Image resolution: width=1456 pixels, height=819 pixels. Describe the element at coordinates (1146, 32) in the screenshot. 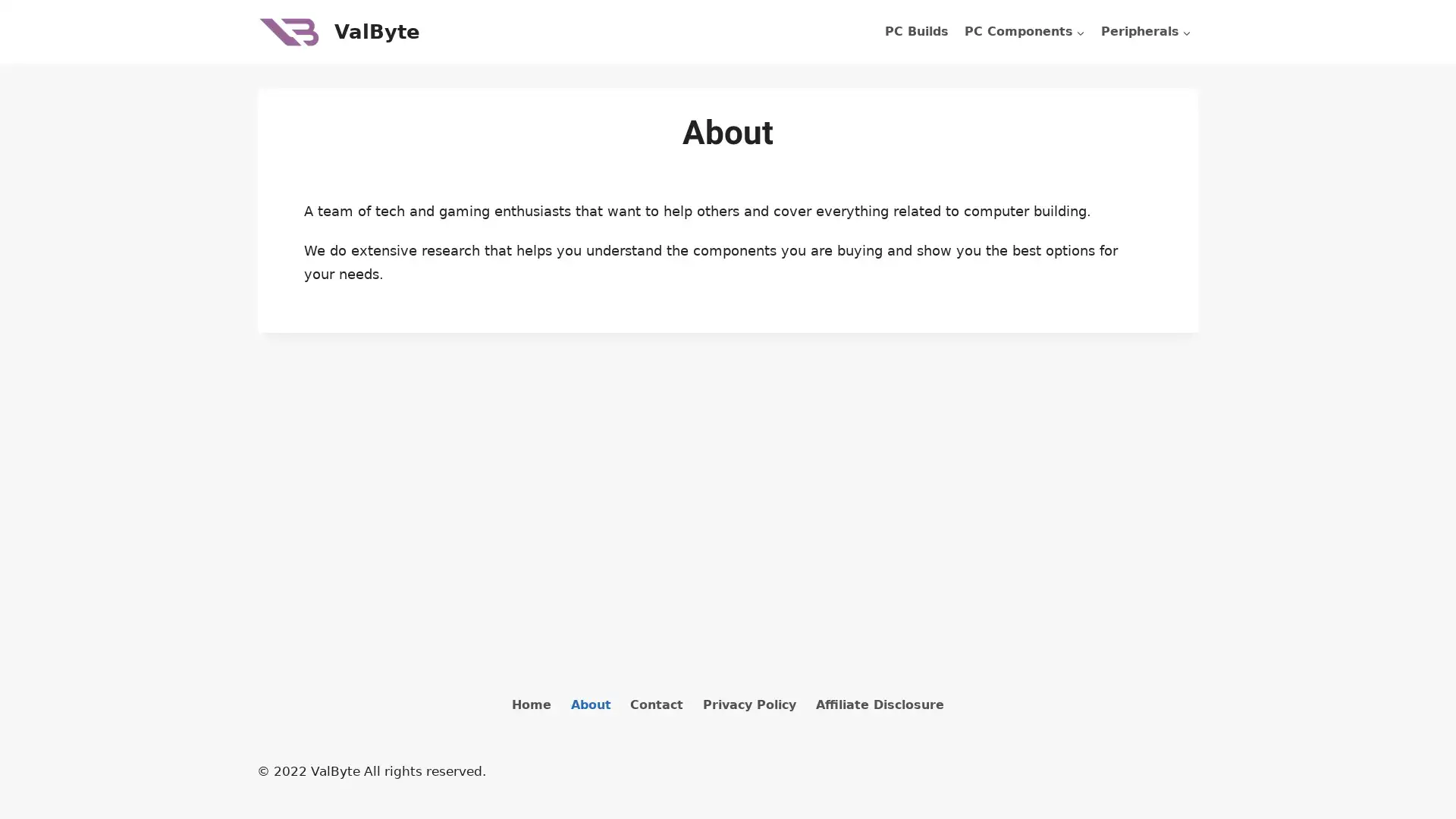

I see `Expand child menu` at that location.